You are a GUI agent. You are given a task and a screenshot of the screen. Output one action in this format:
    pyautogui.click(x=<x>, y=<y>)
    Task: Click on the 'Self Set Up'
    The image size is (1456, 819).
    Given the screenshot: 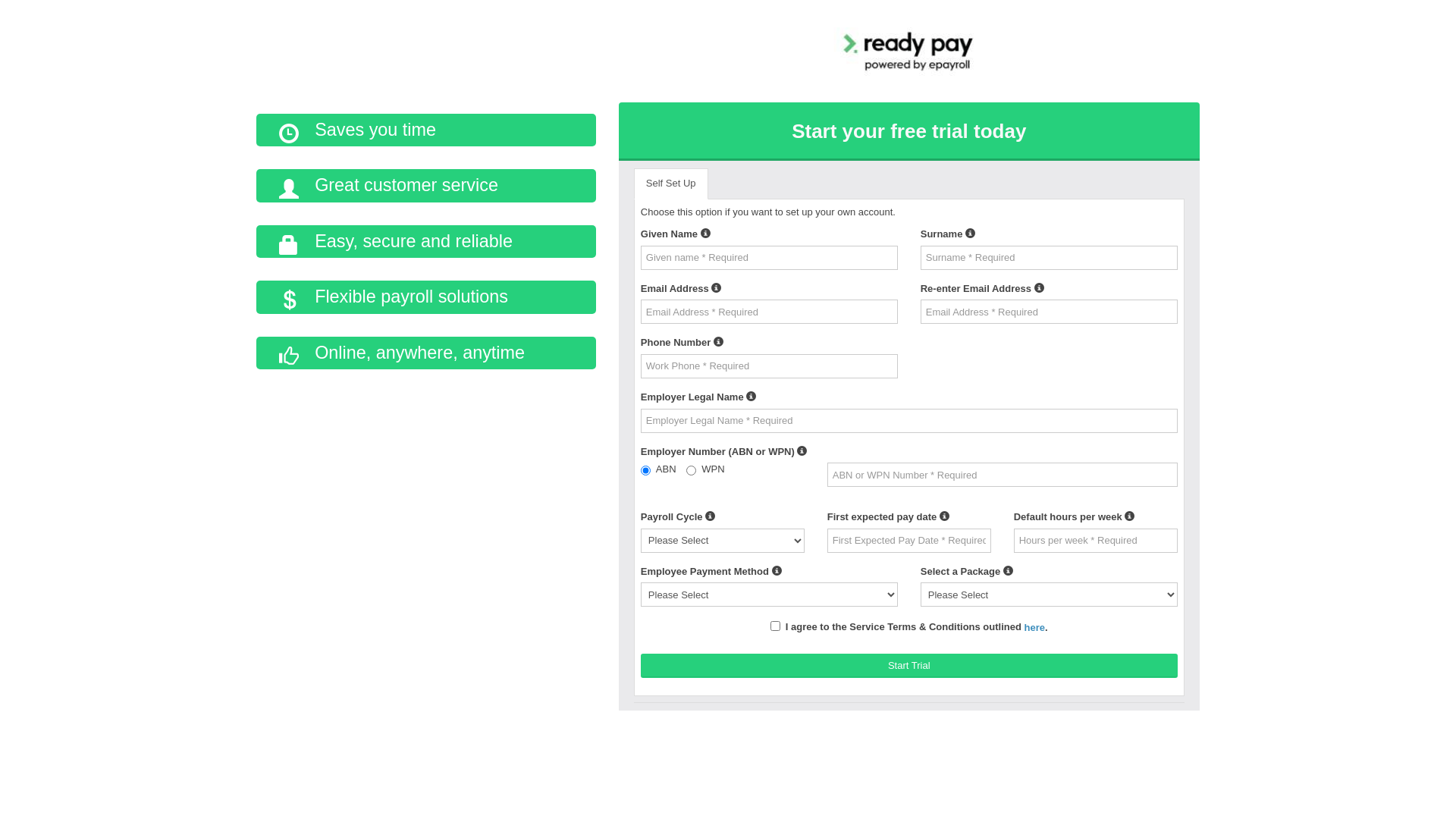 What is the action you would take?
    pyautogui.click(x=670, y=183)
    